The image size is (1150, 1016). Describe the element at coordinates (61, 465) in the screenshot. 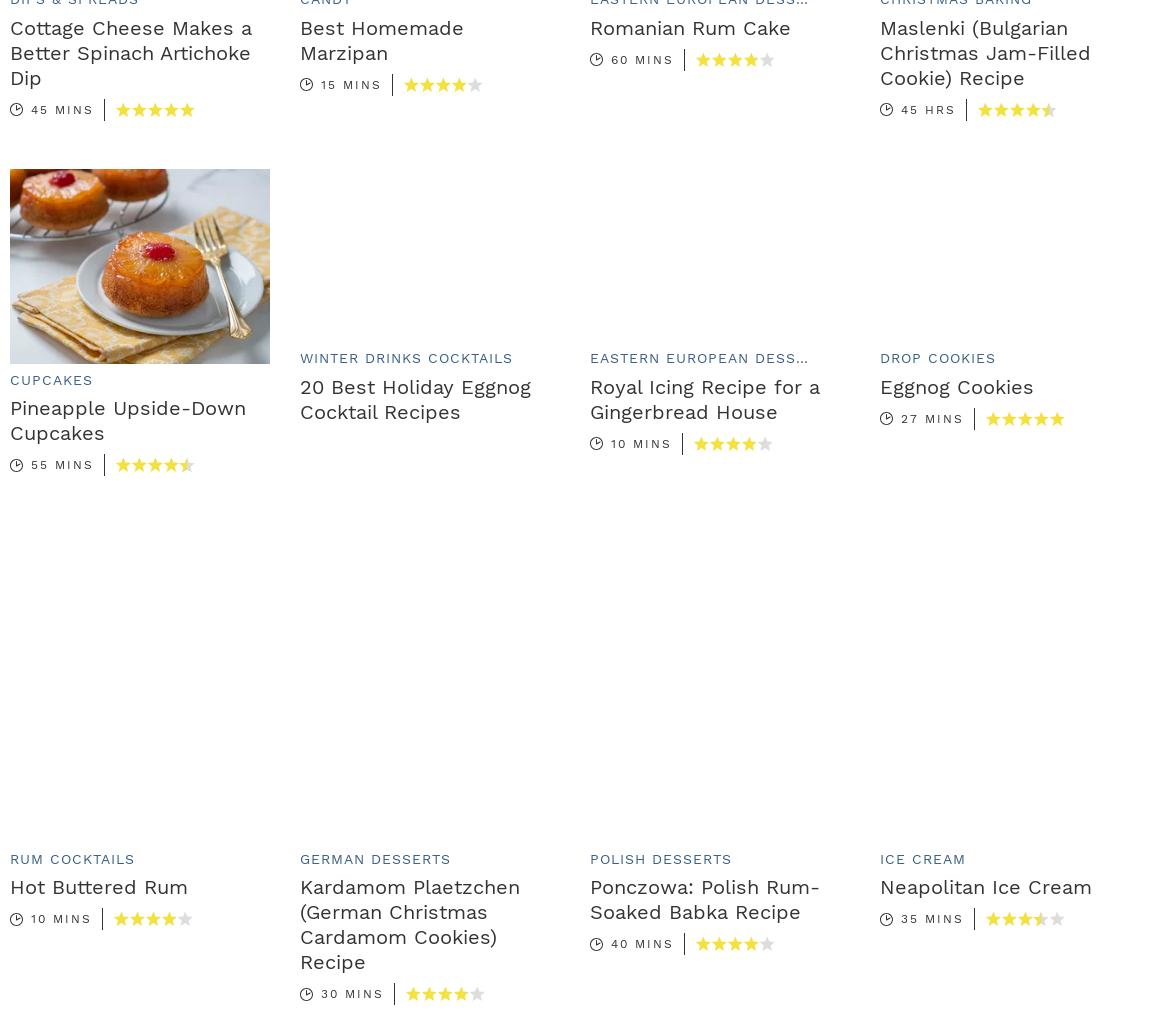

I see `'55 mins'` at that location.